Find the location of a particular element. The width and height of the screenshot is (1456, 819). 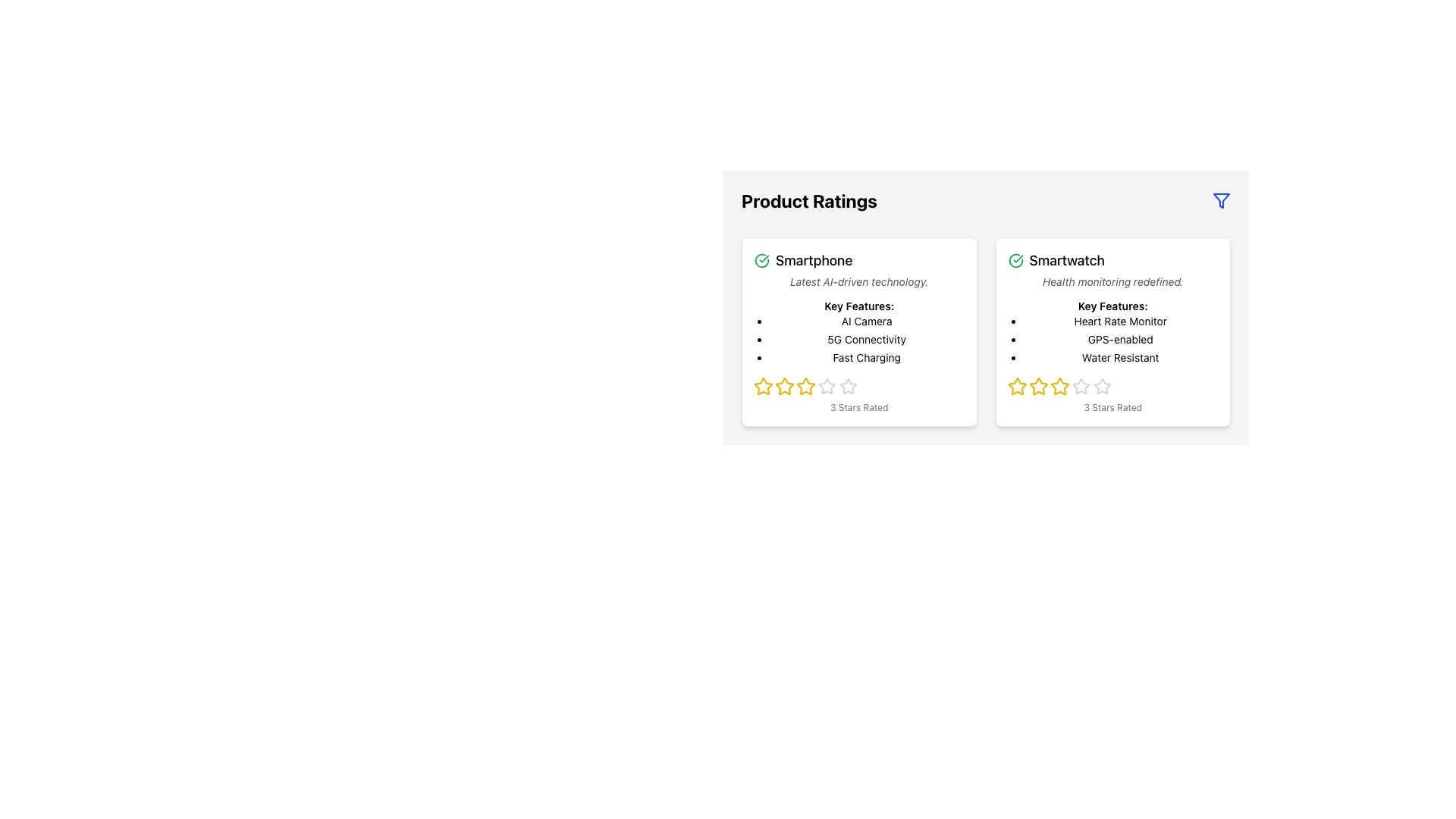

the fifth inactive star icon in the star rating system for the product 'Smartwatch' is located at coordinates (1102, 385).